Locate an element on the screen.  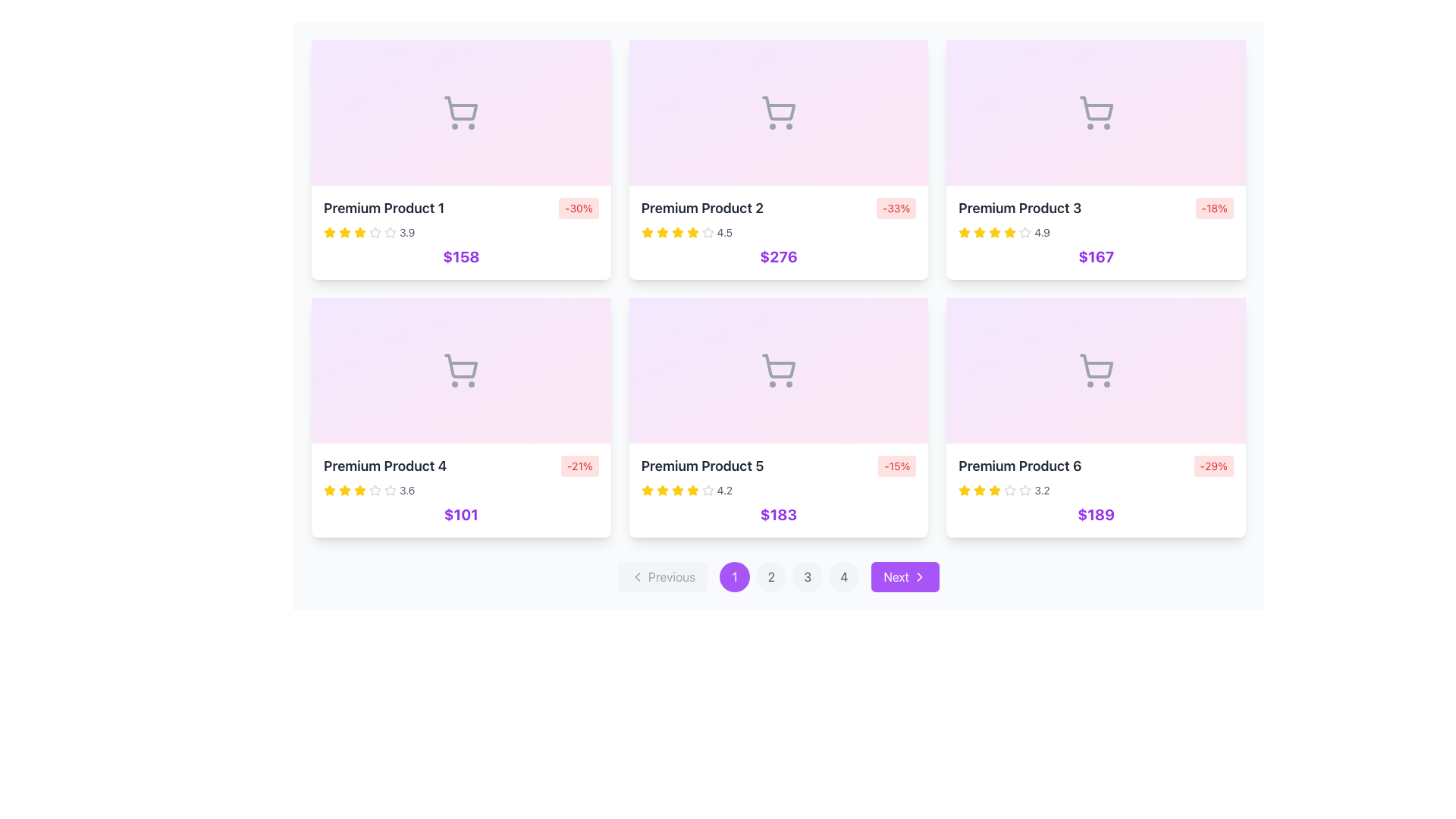
the shopping cart icon in the 'Premium Product 4' card, which is centrally aligned above the text content is located at coordinates (460, 371).